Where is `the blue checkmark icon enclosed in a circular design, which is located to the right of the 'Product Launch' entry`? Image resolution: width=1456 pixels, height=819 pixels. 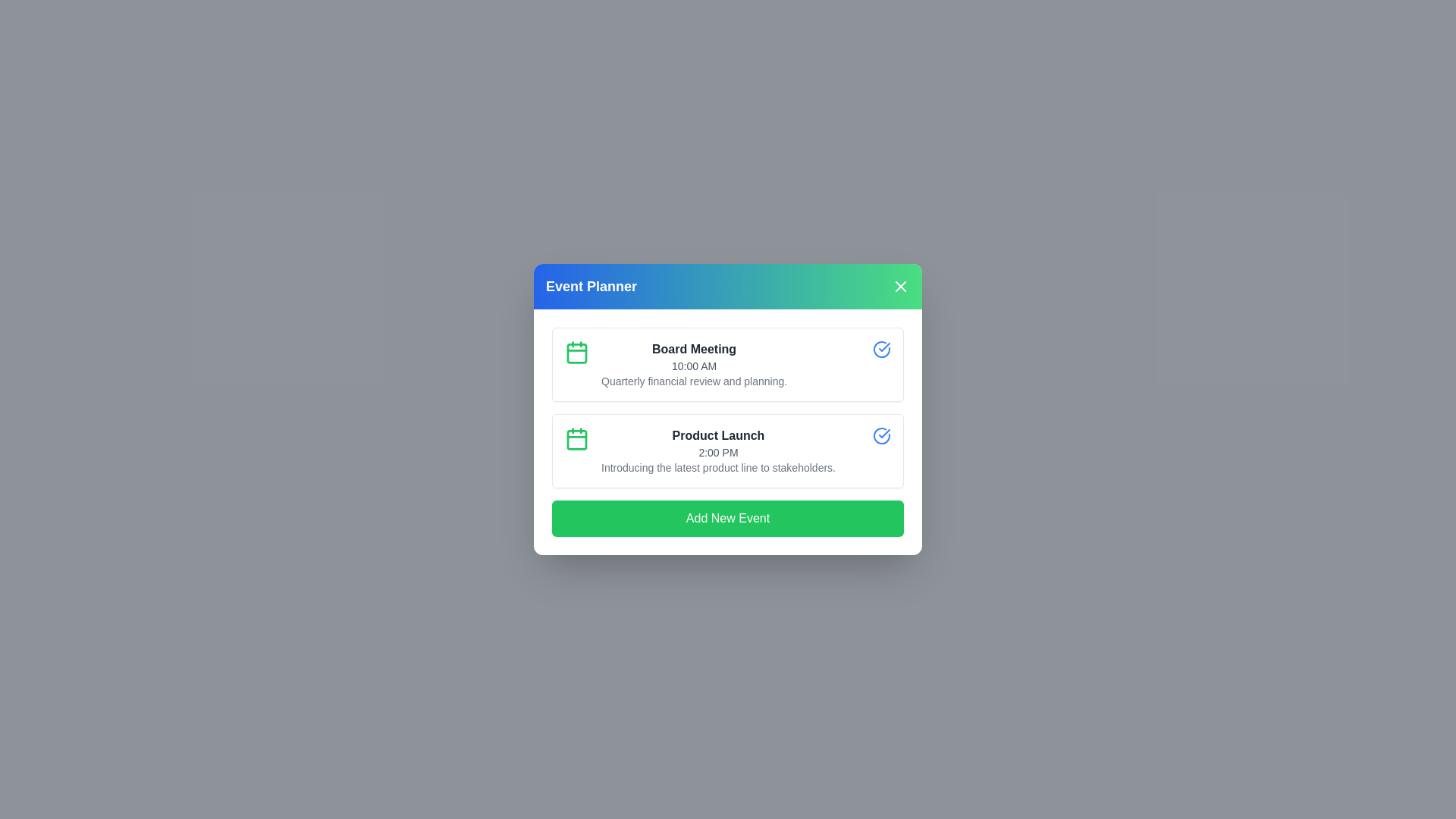 the blue checkmark icon enclosed in a circular design, which is located to the right of the 'Product Launch' entry is located at coordinates (884, 347).